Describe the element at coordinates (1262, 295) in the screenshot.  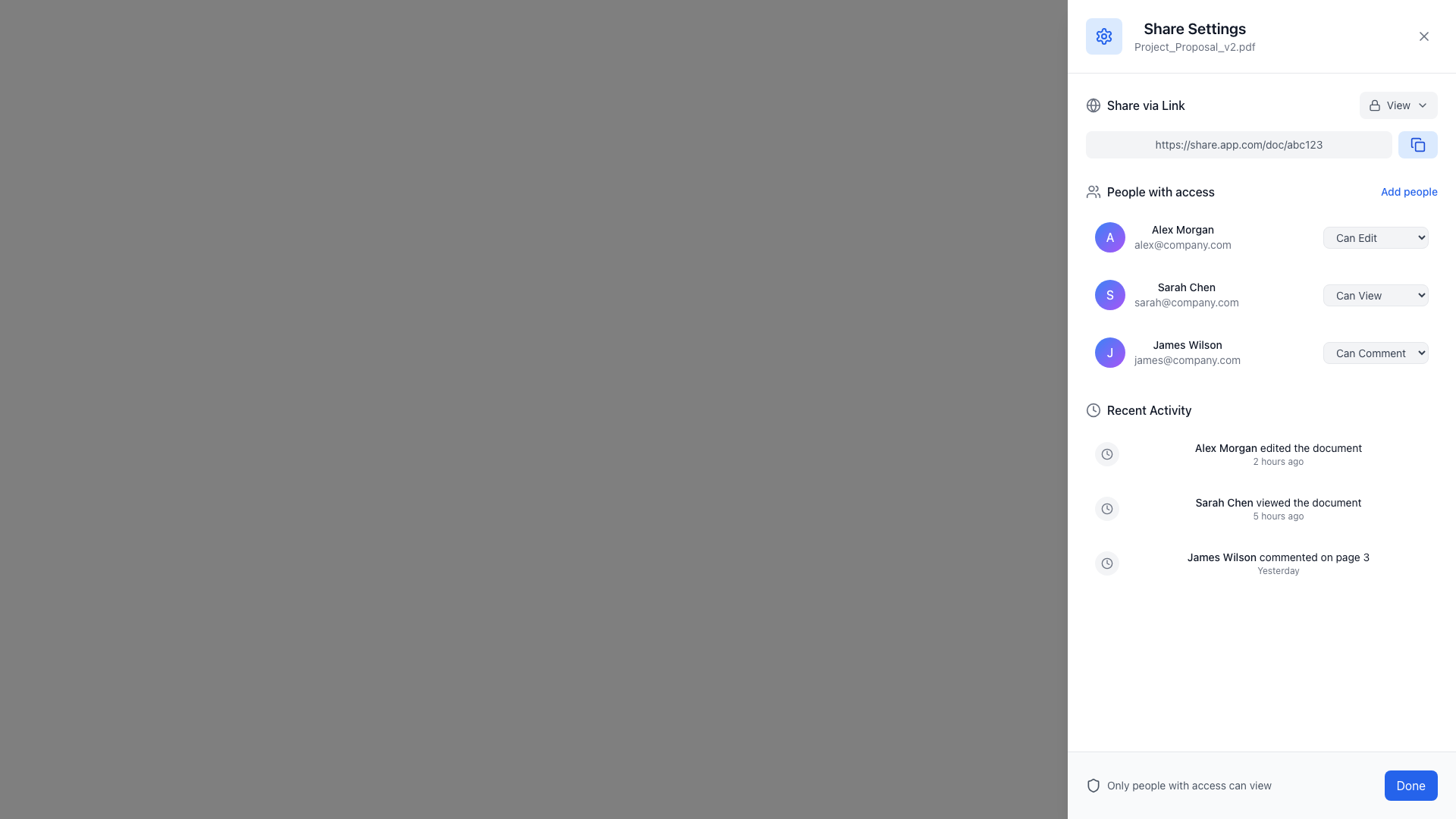
I see `the second list item in the 'People with access' section, which represents a user's information and their access level options` at that location.